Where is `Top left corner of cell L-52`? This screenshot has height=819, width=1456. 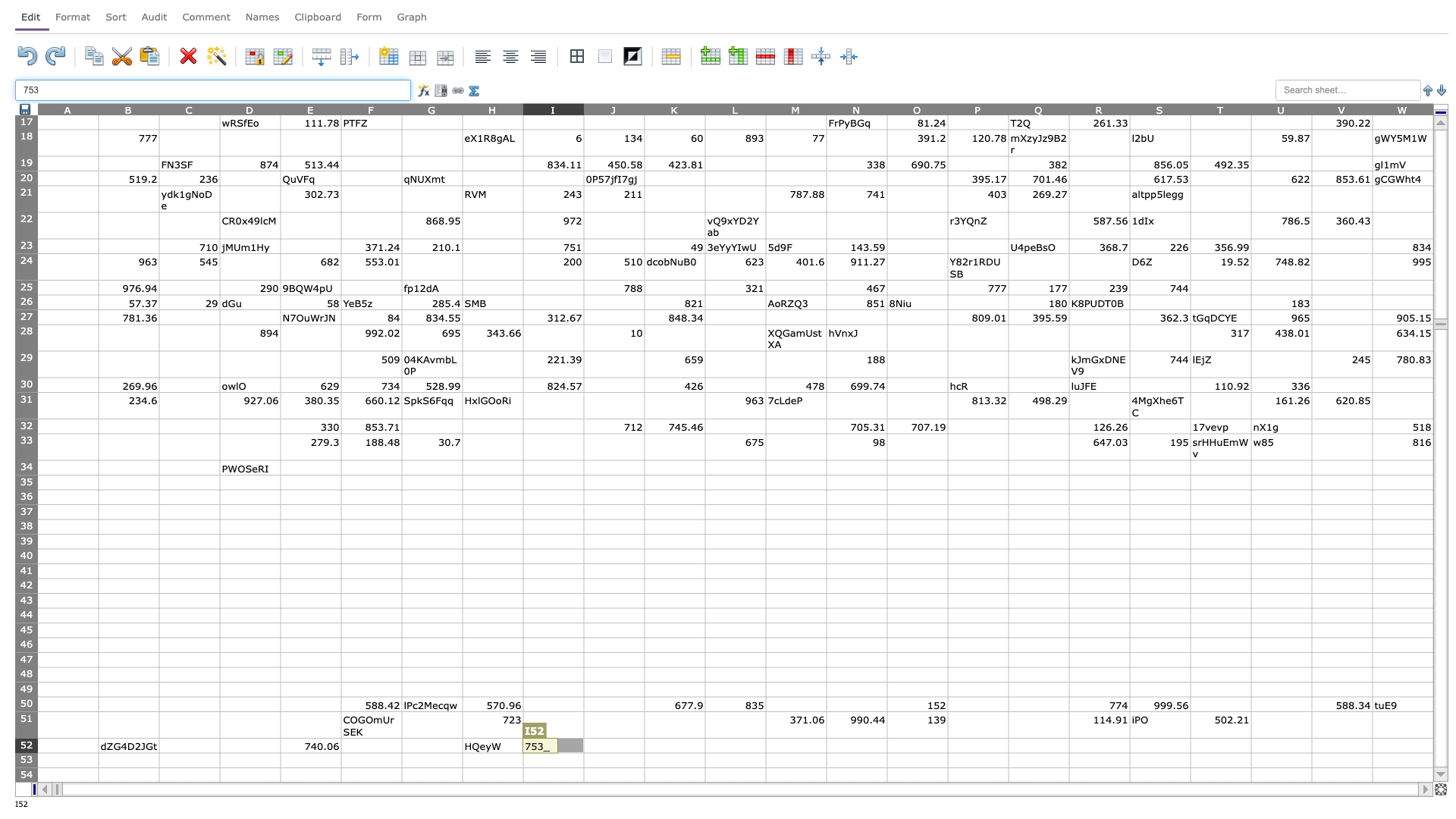 Top left corner of cell L-52 is located at coordinates (704, 737).